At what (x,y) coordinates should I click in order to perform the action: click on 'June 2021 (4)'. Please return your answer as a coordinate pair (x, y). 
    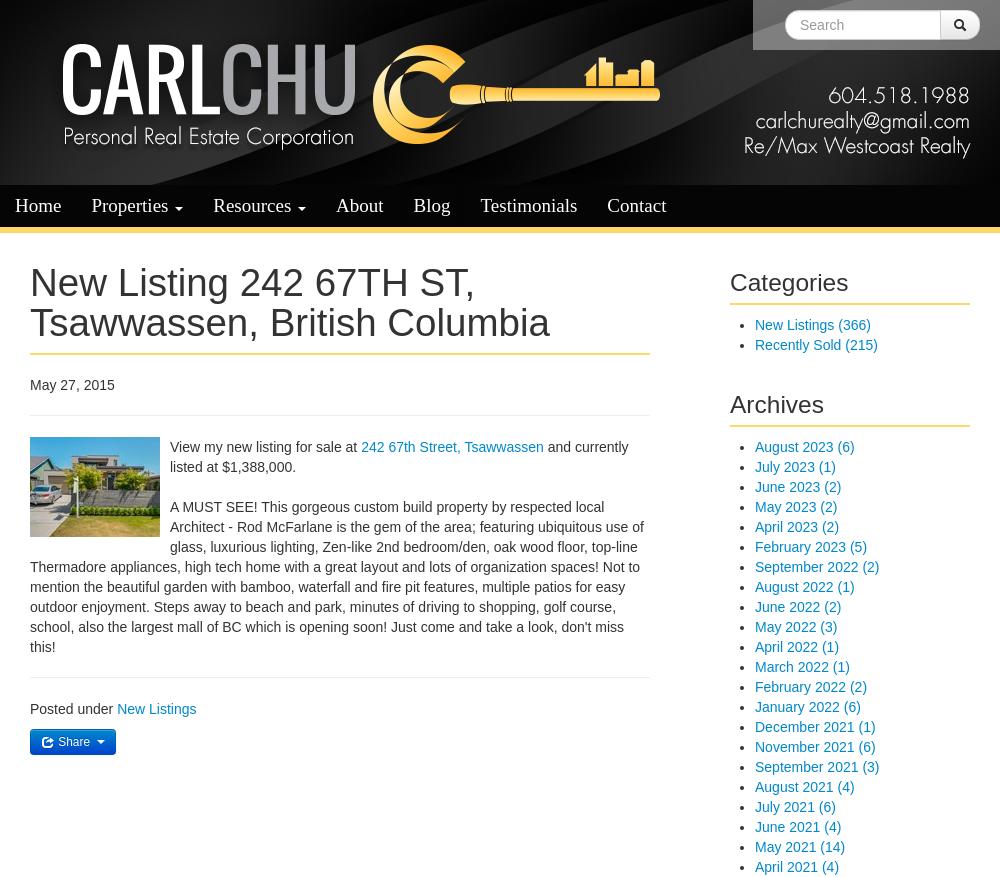
    Looking at the image, I should click on (798, 826).